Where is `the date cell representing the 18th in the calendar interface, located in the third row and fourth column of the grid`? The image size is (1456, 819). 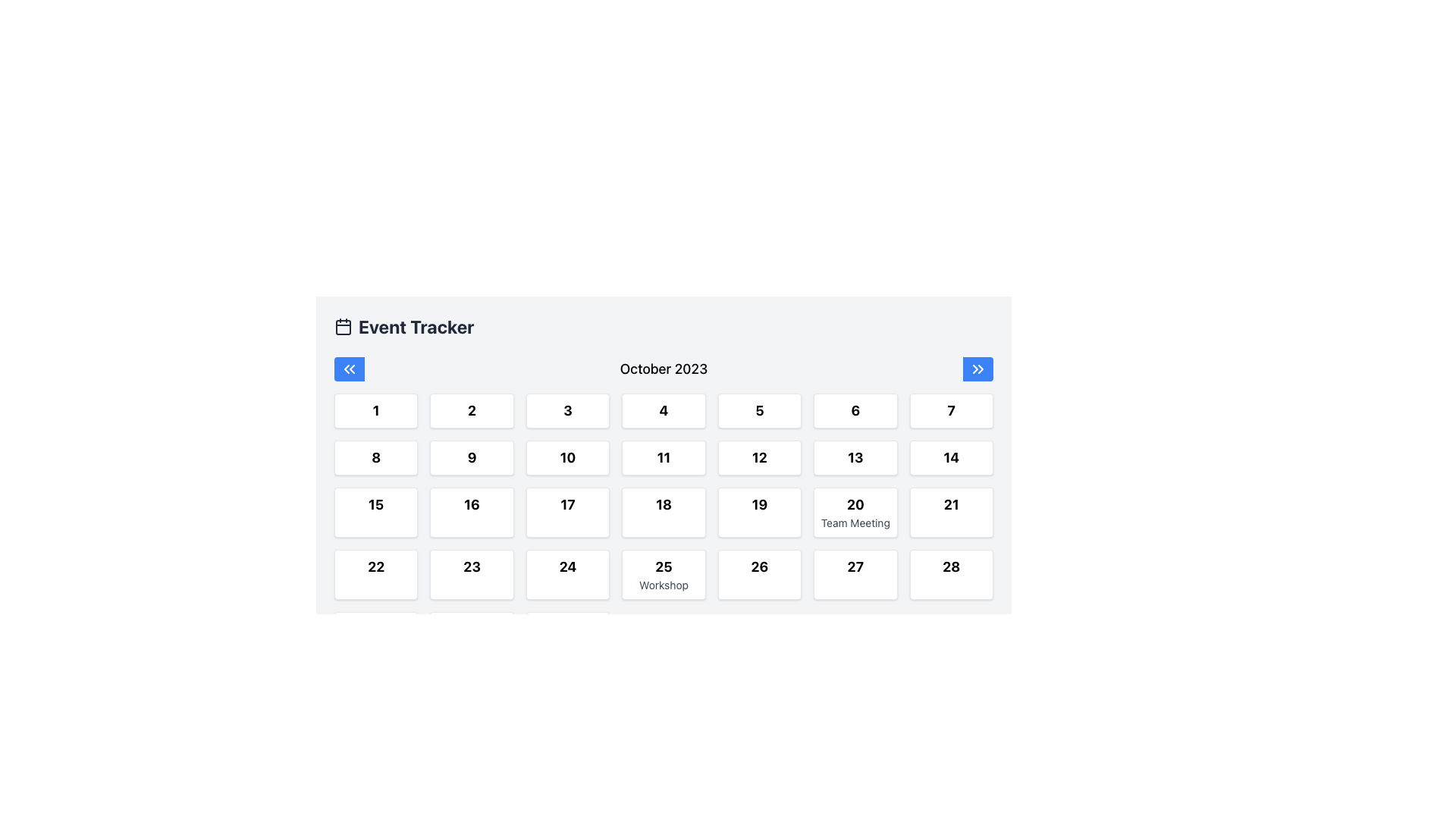 the date cell representing the 18th in the calendar interface, located in the third row and fourth column of the grid is located at coordinates (664, 512).